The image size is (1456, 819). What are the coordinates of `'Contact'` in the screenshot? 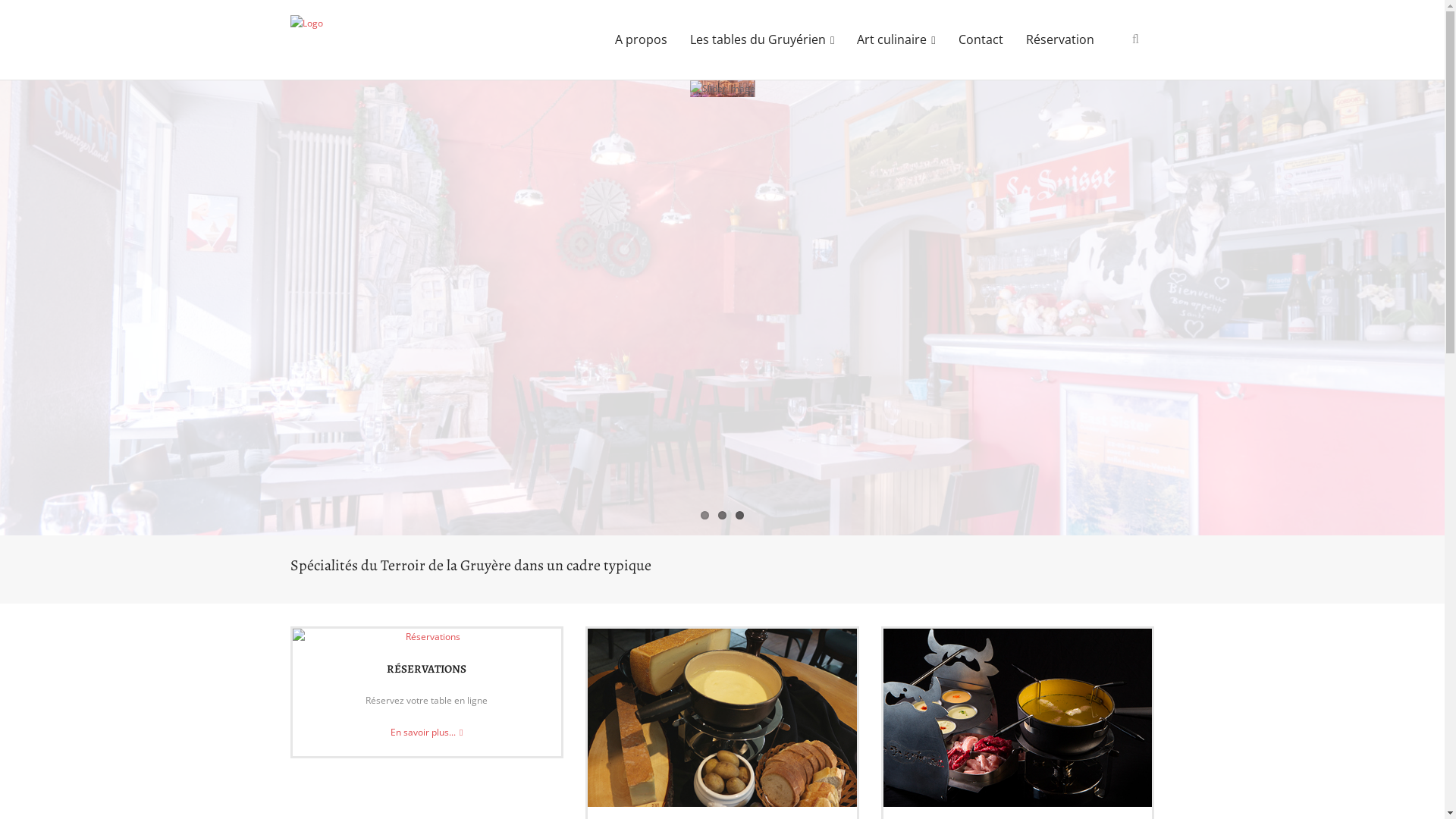 It's located at (980, 39).